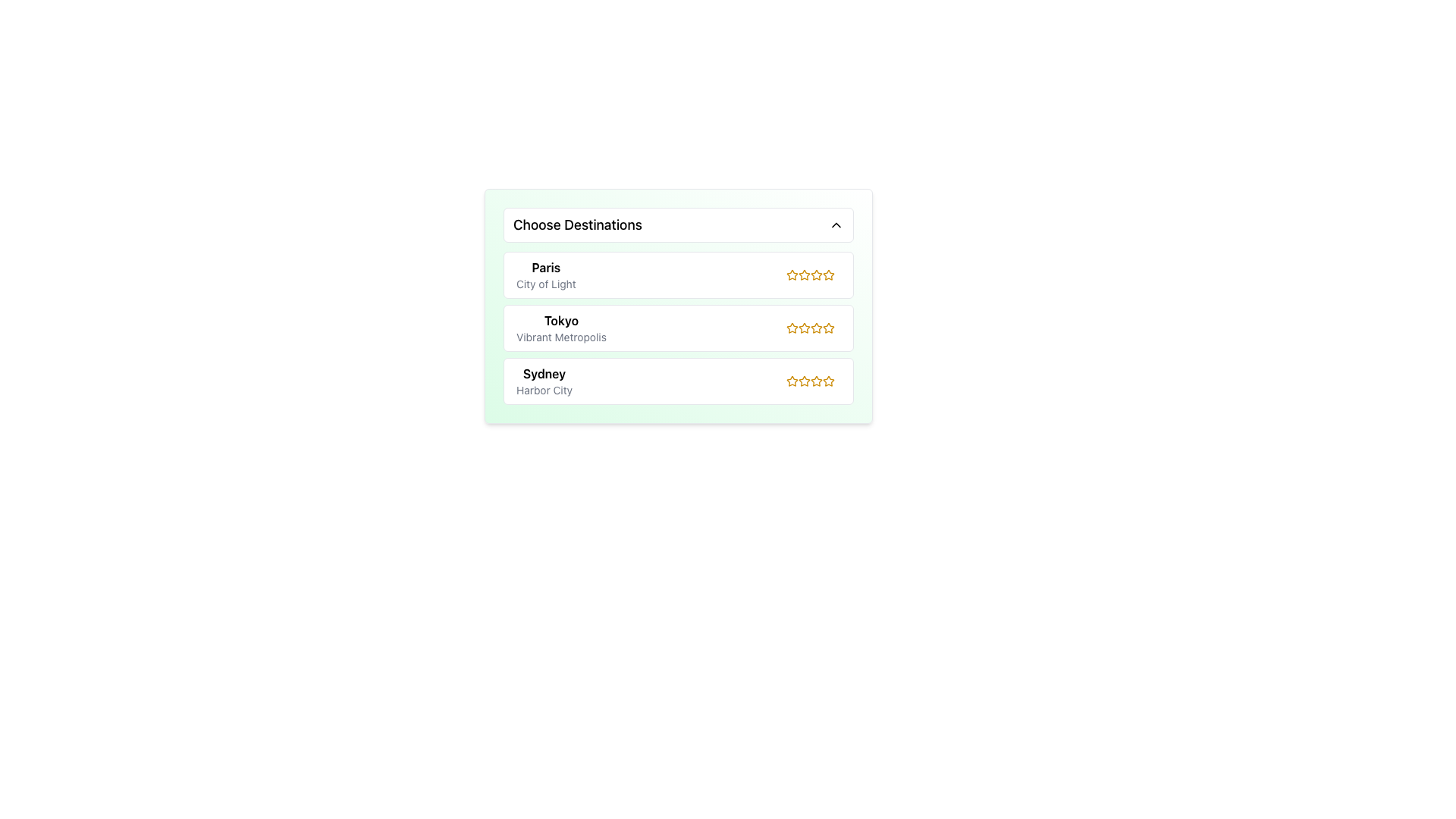 This screenshot has width=1456, height=819. I want to click on the List Item representing 'Tokyo' with the tagline 'Vibrant Metropolis', so click(677, 327).